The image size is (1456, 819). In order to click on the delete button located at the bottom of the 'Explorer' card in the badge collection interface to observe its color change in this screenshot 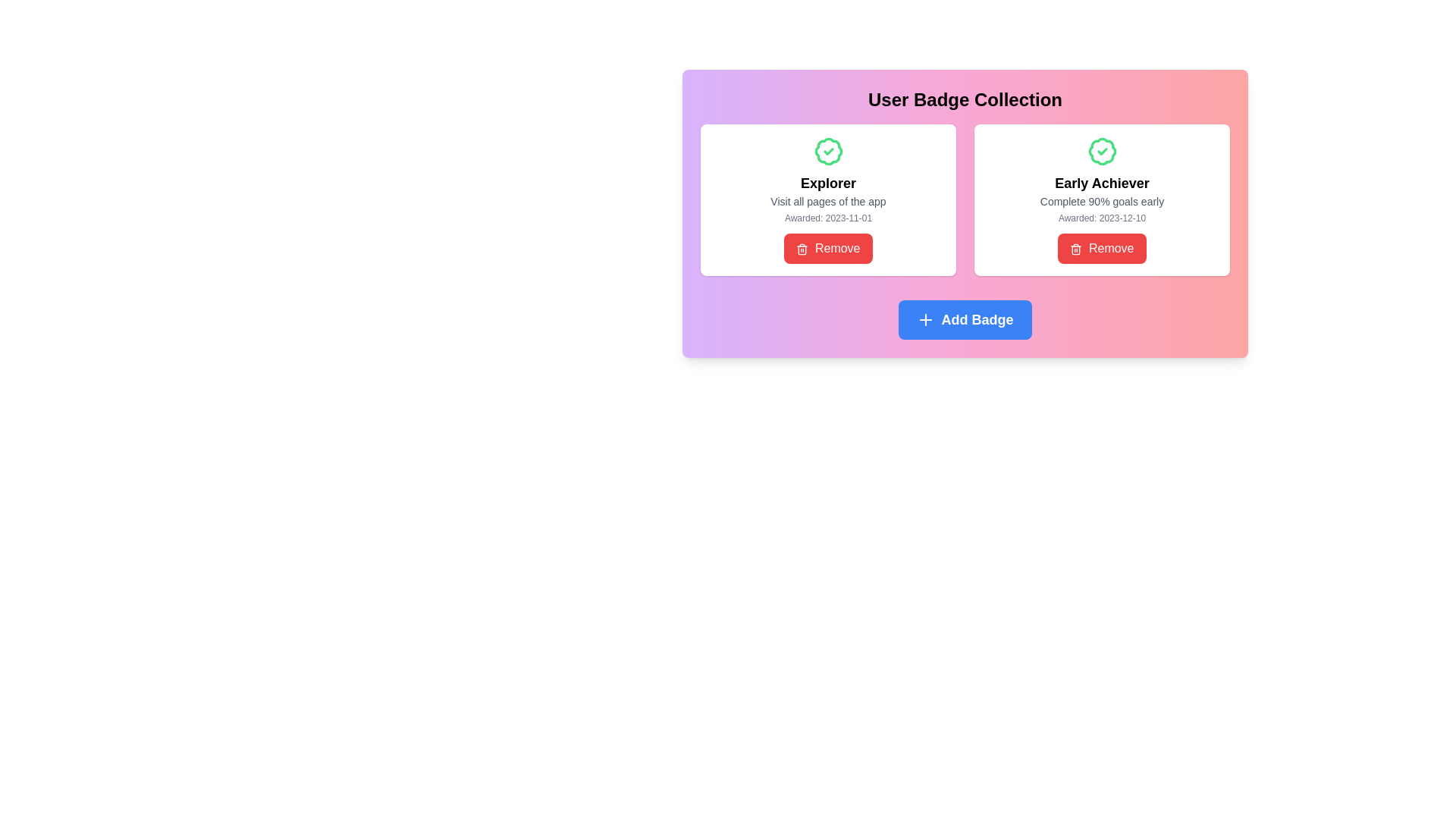, I will do `click(827, 247)`.